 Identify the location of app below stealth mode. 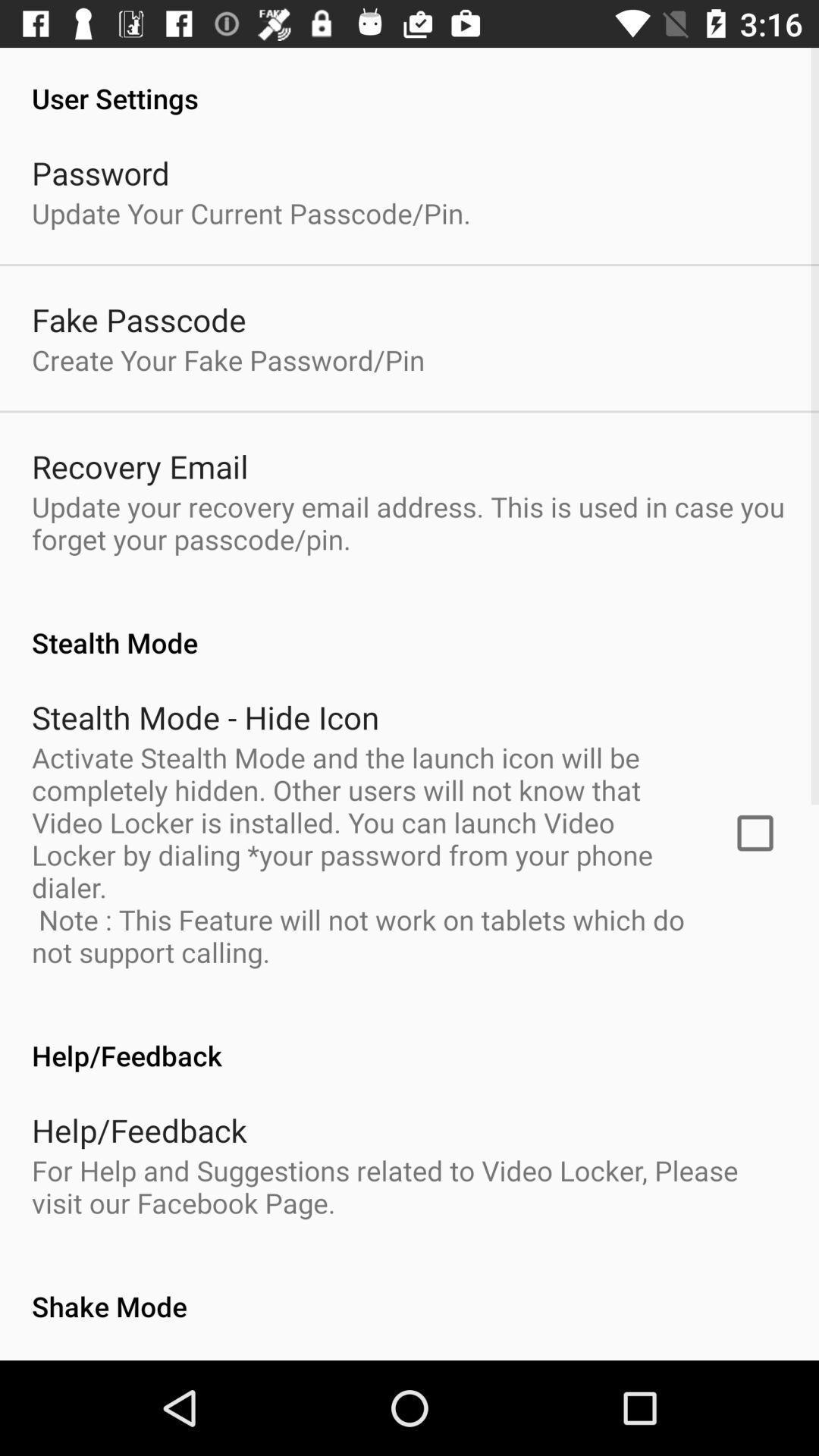
(755, 832).